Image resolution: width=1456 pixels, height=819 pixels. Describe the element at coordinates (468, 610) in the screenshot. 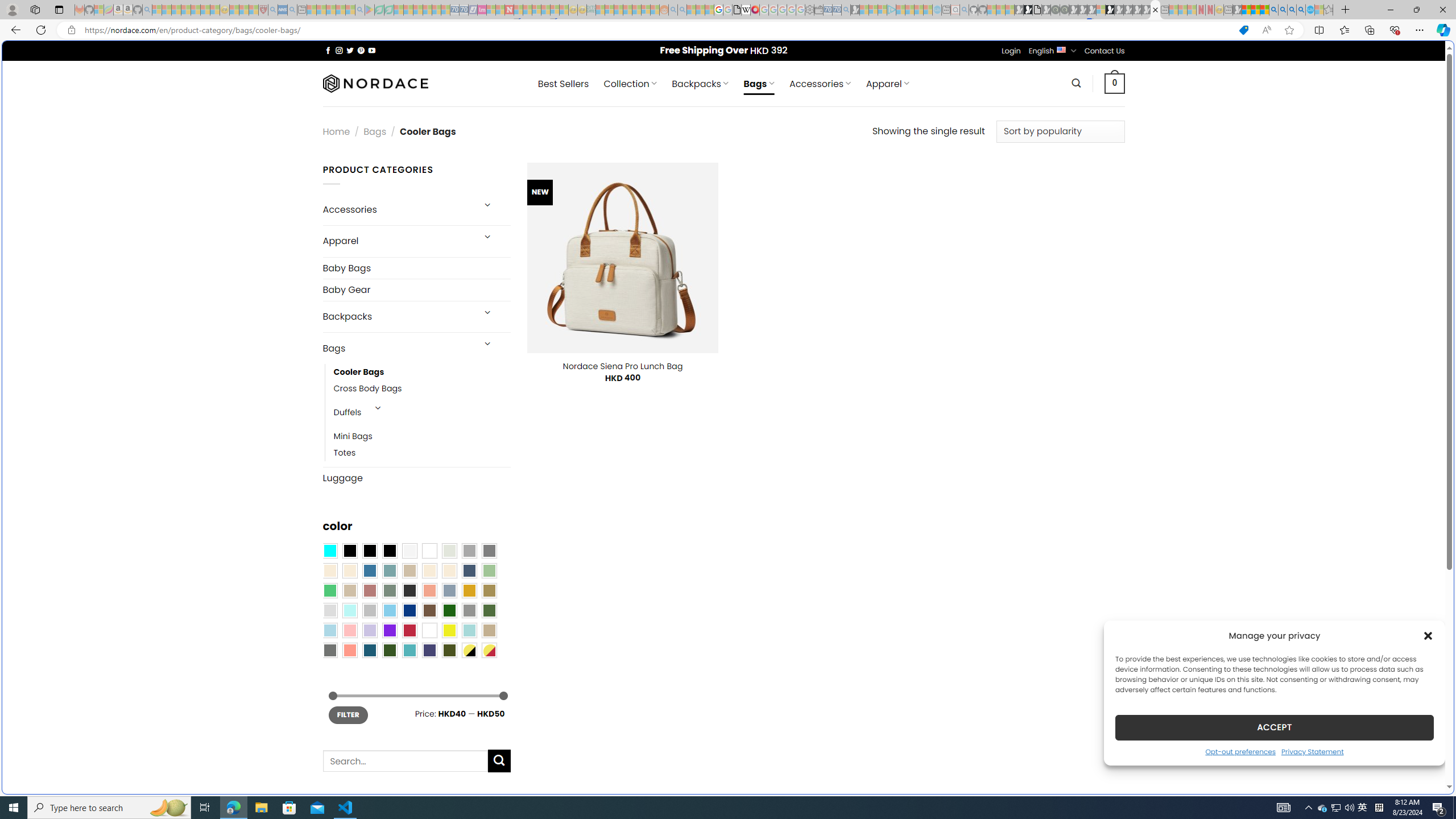

I see `'Gray'` at that location.